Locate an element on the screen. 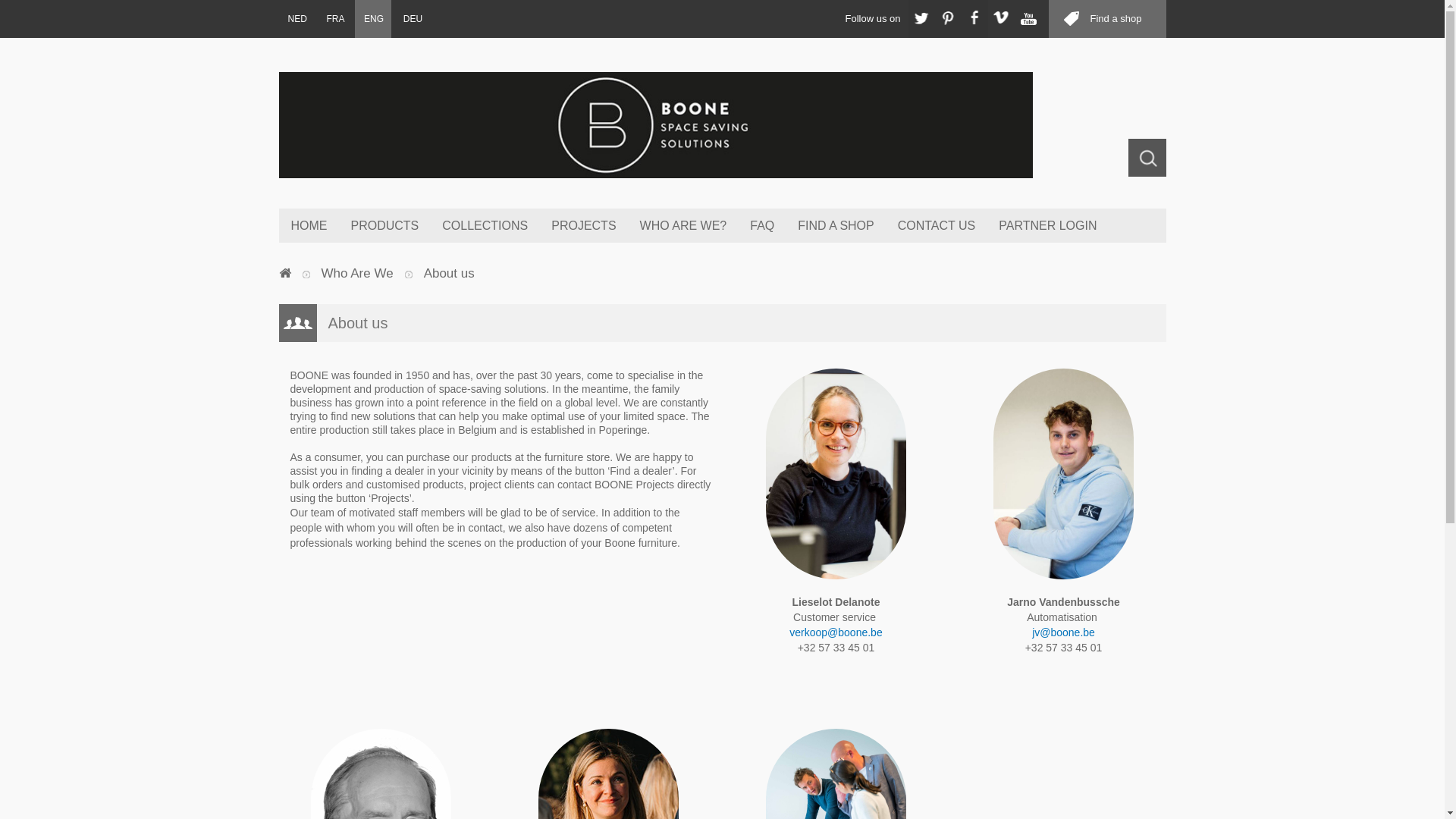  'NED' is located at coordinates (297, 18).